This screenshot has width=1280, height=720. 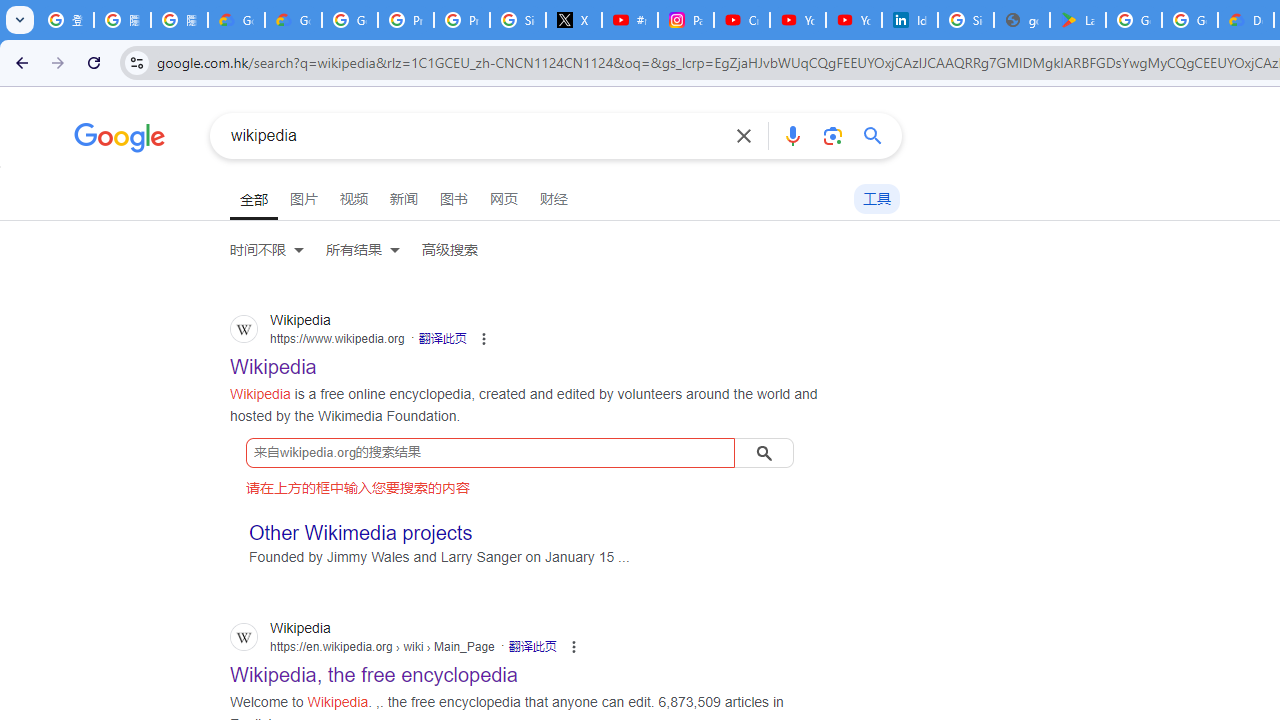 What do you see at coordinates (404, 20) in the screenshot?
I see `'Privacy Help Center - Policies Help'` at bounding box center [404, 20].